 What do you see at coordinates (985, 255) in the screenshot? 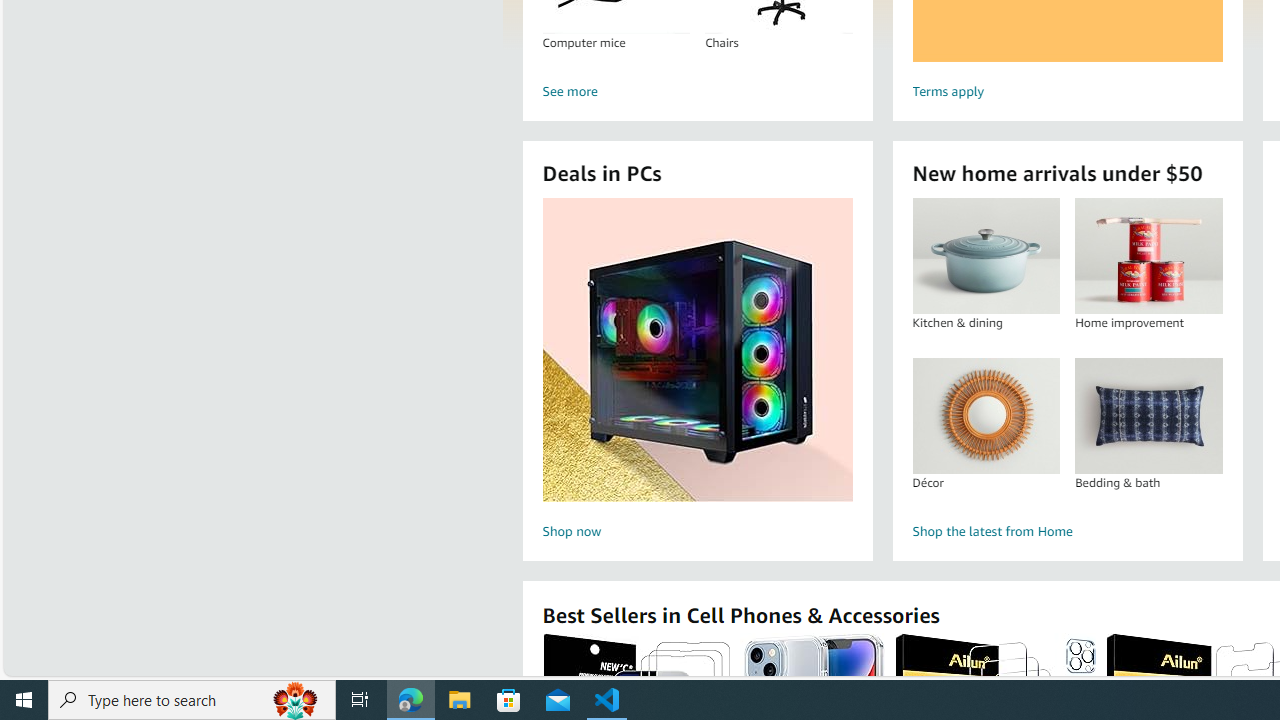
I see `'Kitchen & dining'` at bounding box center [985, 255].